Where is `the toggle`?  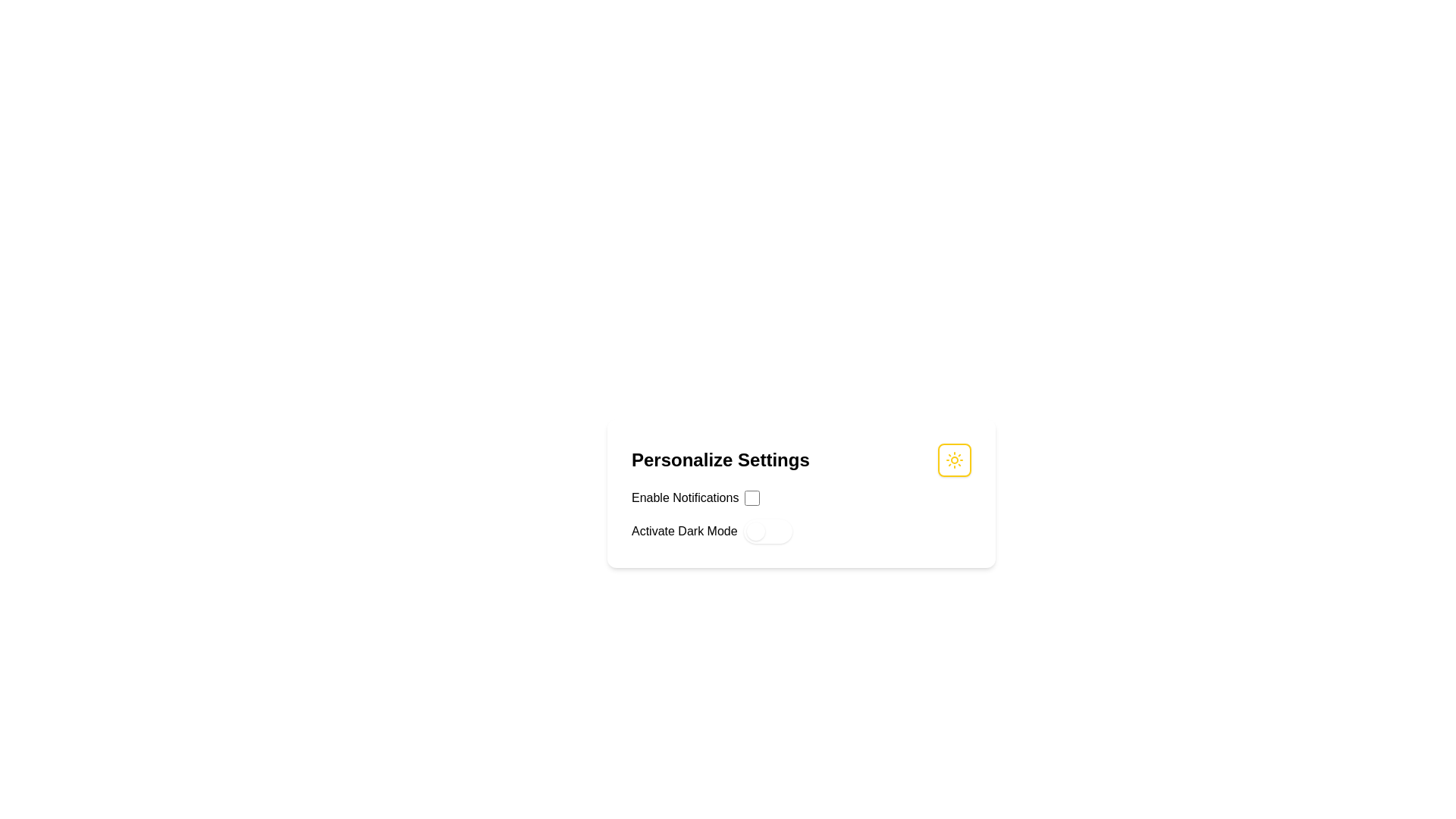
the toggle is located at coordinates (756, 531).